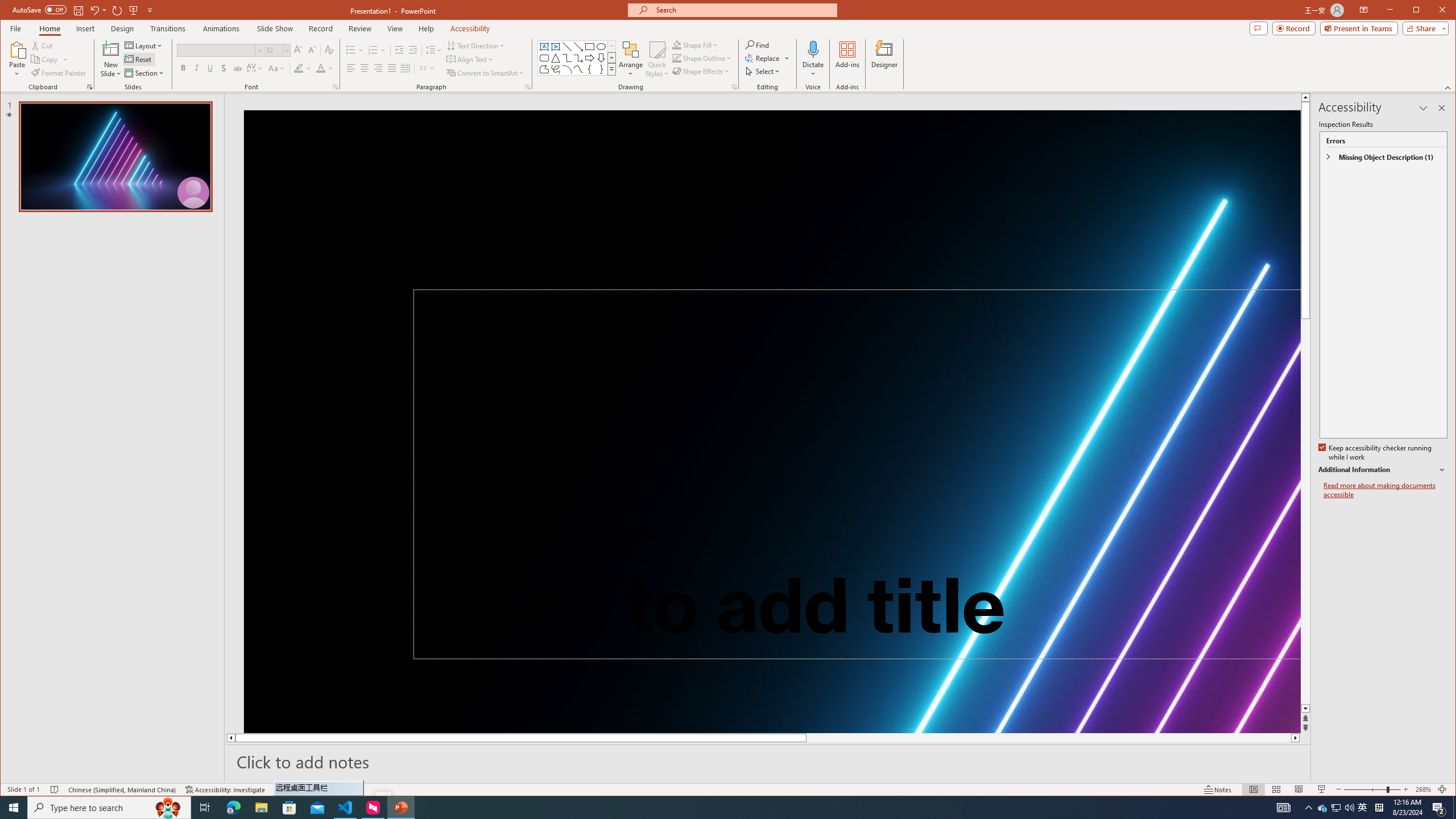  Describe the element at coordinates (350, 68) in the screenshot. I see `'Align Left'` at that location.